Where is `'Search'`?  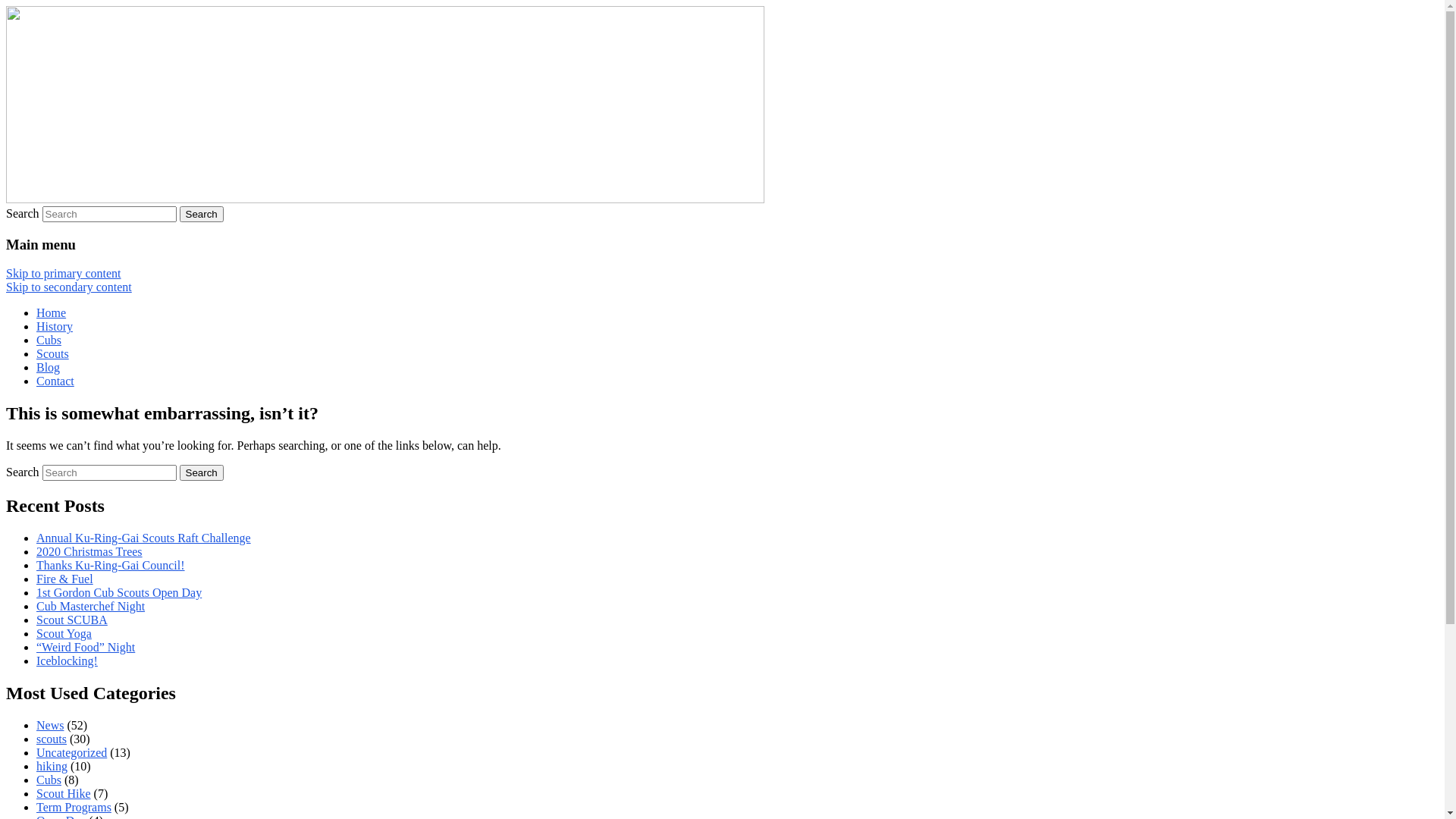 'Search' is located at coordinates (200, 472).